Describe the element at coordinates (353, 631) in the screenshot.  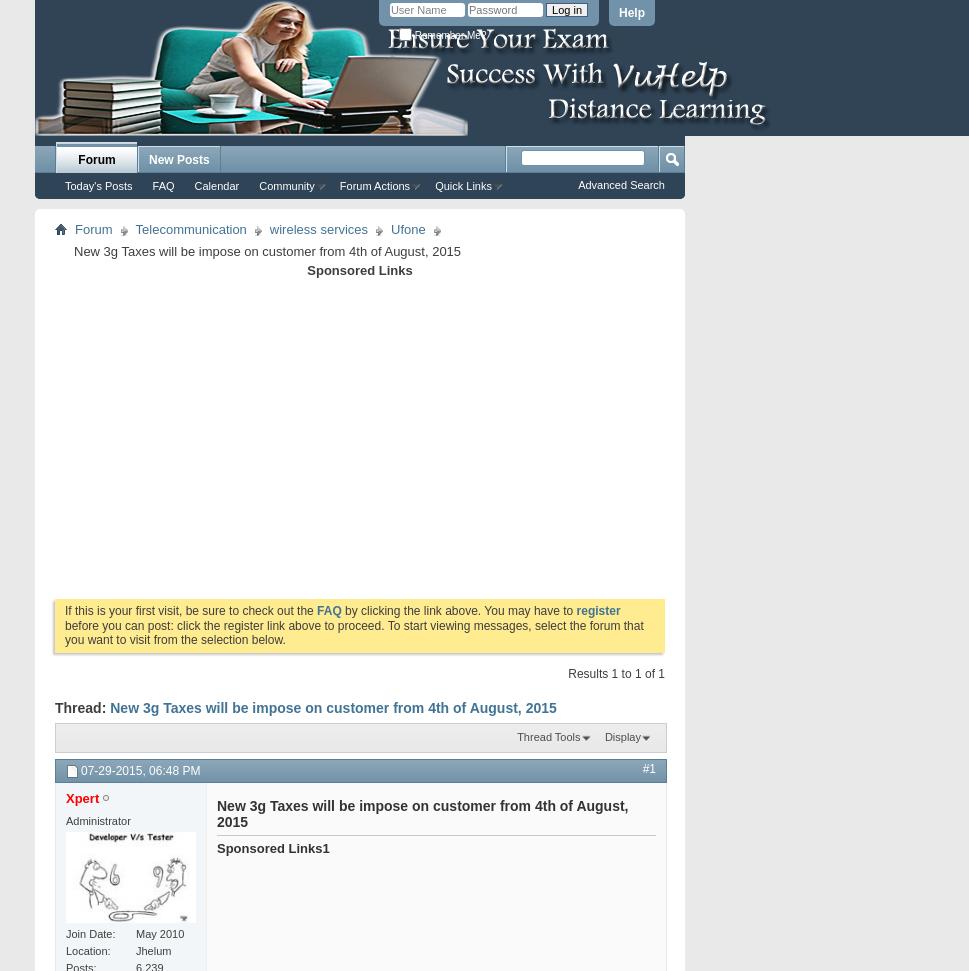
I see `'before you can post: click the register link above to proceed. To start viewing messages,
		select the forum that you want to visit from the selection below.'` at that location.